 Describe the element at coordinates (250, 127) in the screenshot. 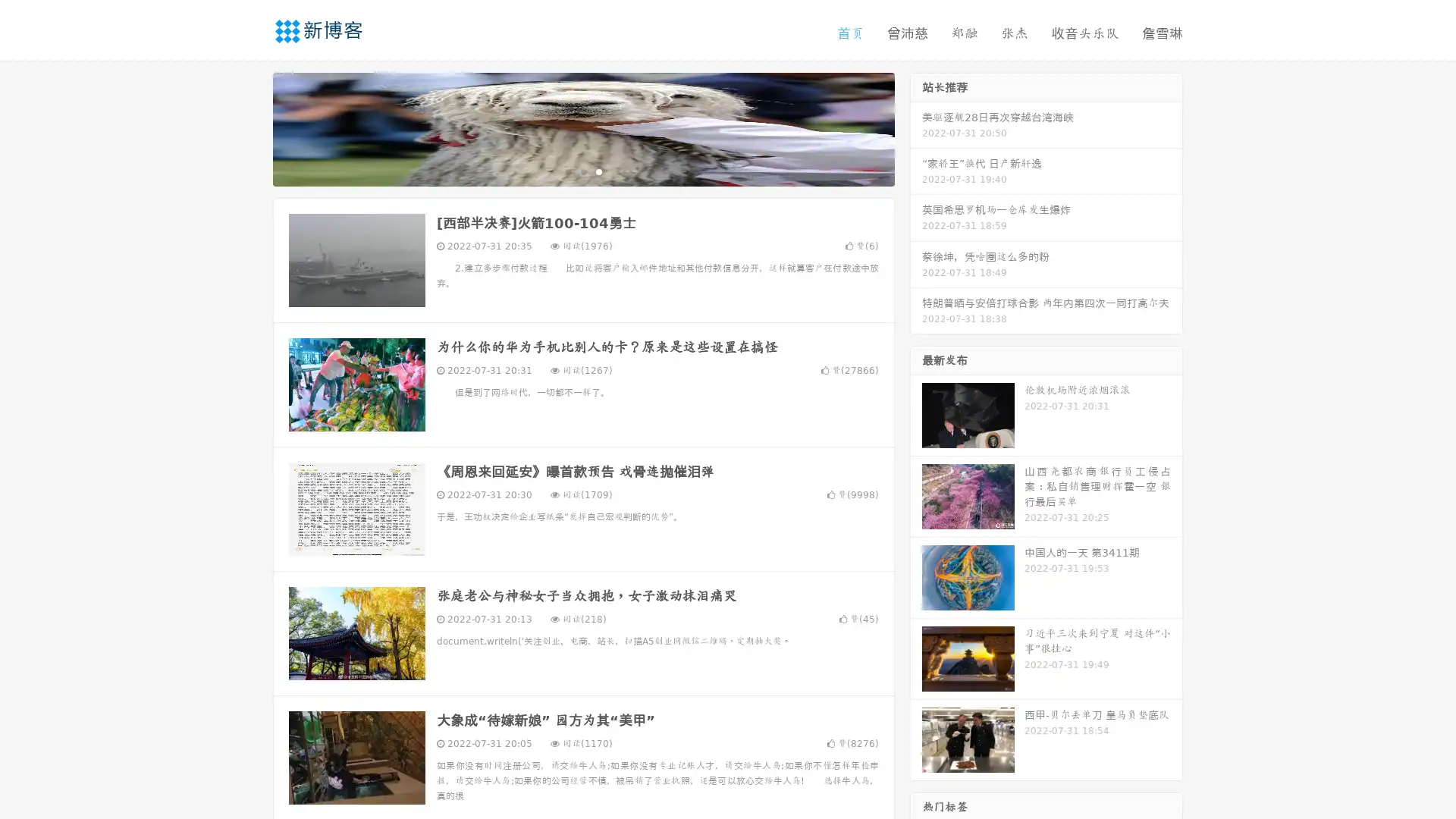

I see `Previous slide` at that location.